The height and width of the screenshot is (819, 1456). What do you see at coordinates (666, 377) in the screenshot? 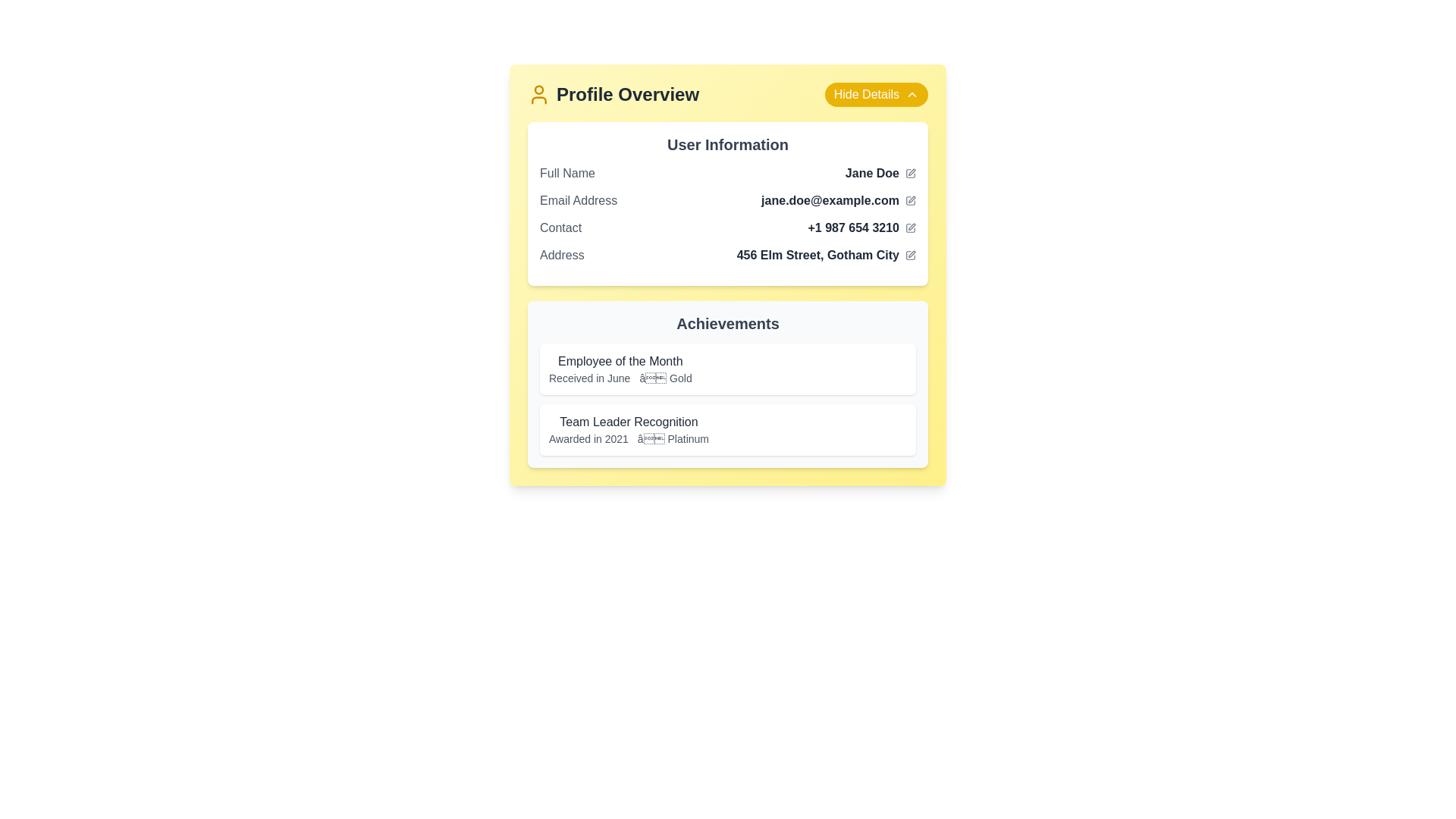
I see `displayed text from the text label showing 'Gold' in the 'Achievements' section under 'Employee of the Month'` at bounding box center [666, 377].